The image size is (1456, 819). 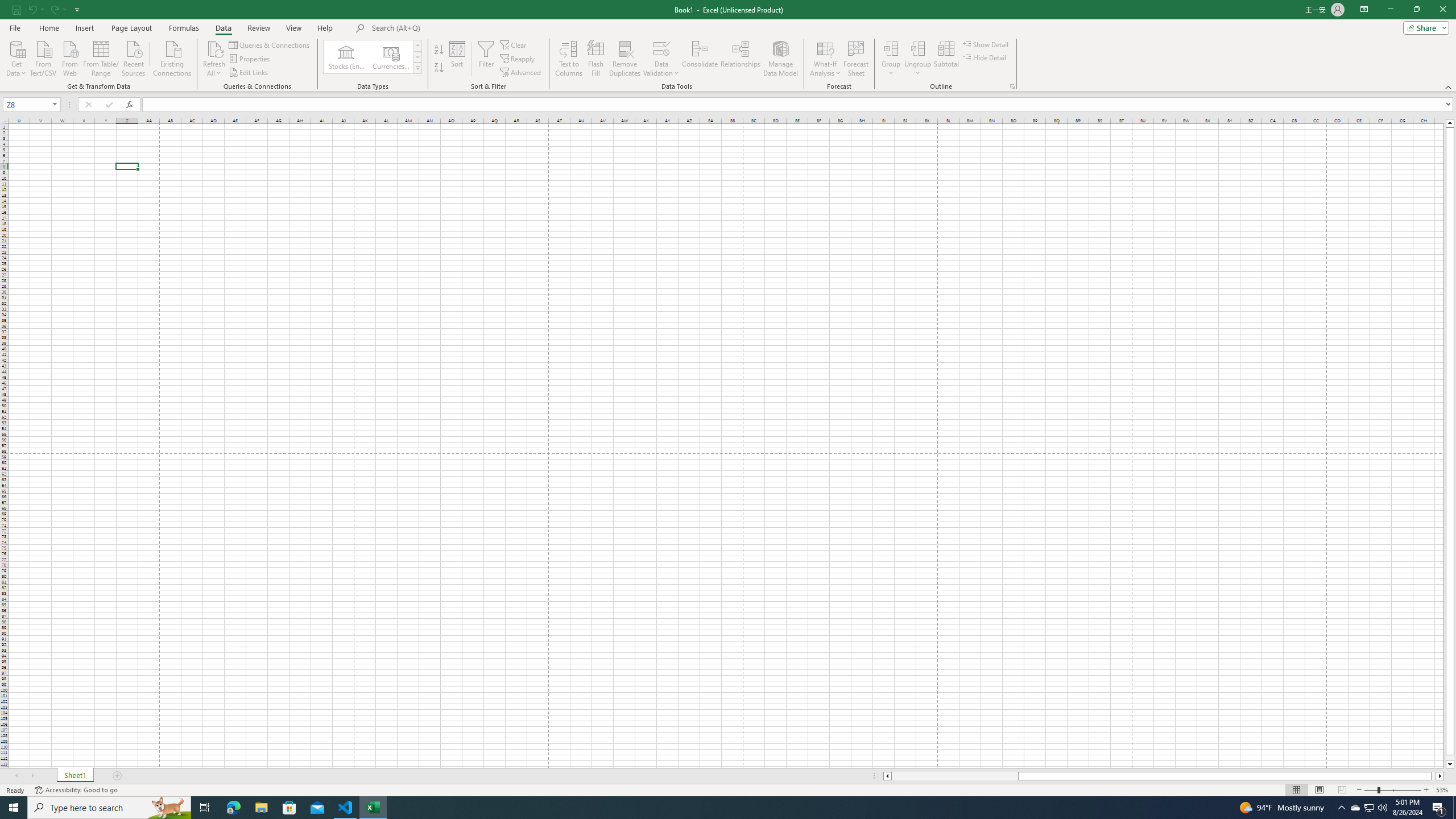 I want to click on 'Group and Outline Settings', so click(x=1011, y=85).